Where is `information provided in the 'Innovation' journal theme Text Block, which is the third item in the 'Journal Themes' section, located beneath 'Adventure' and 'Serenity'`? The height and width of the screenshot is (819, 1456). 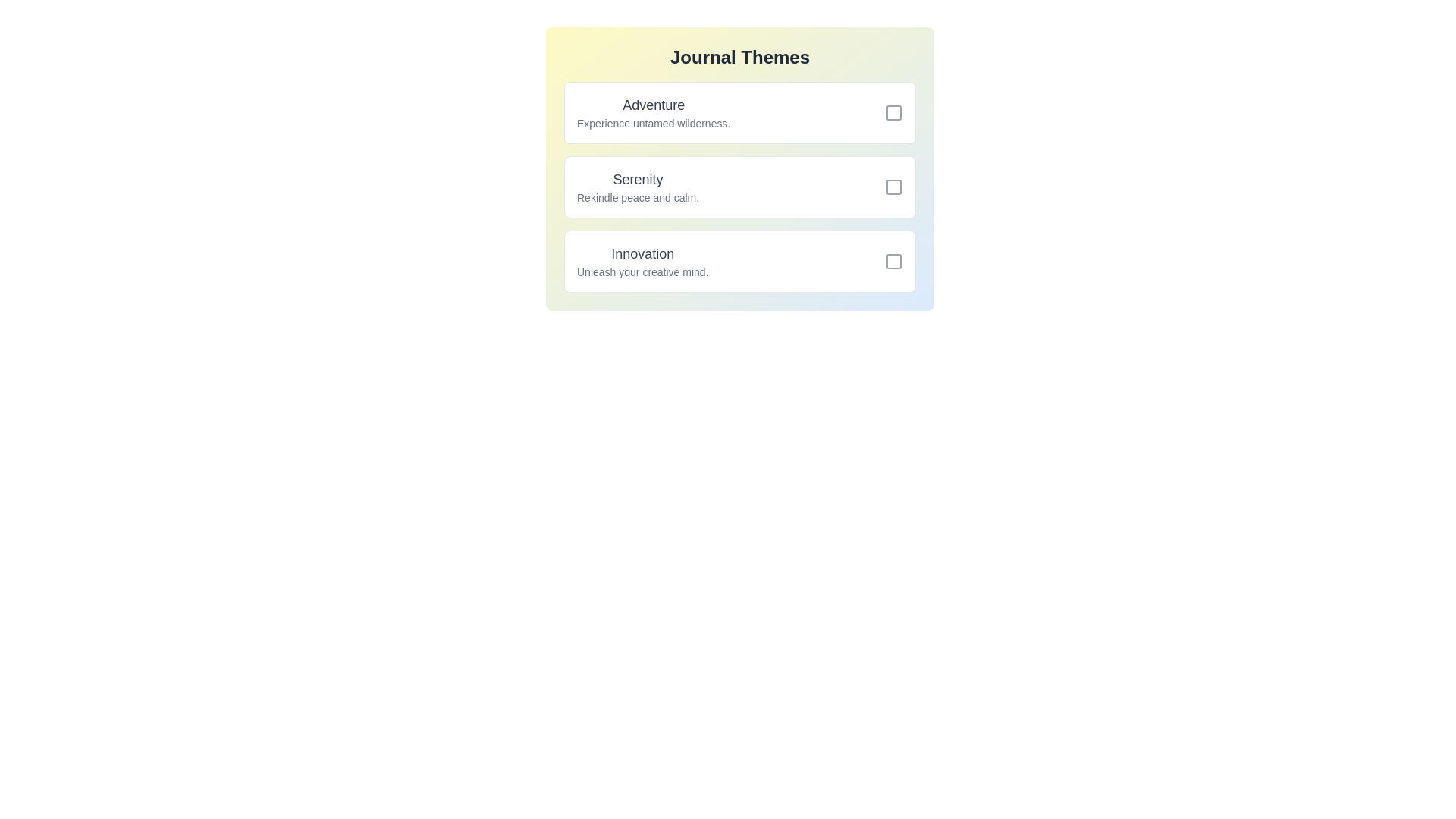
information provided in the 'Innovation' journal theme Text Block, which is the third item in the 'Journal Themes' section, located beneath 'Adventure' and 'Serenity' is located at coordinates (642, 260).